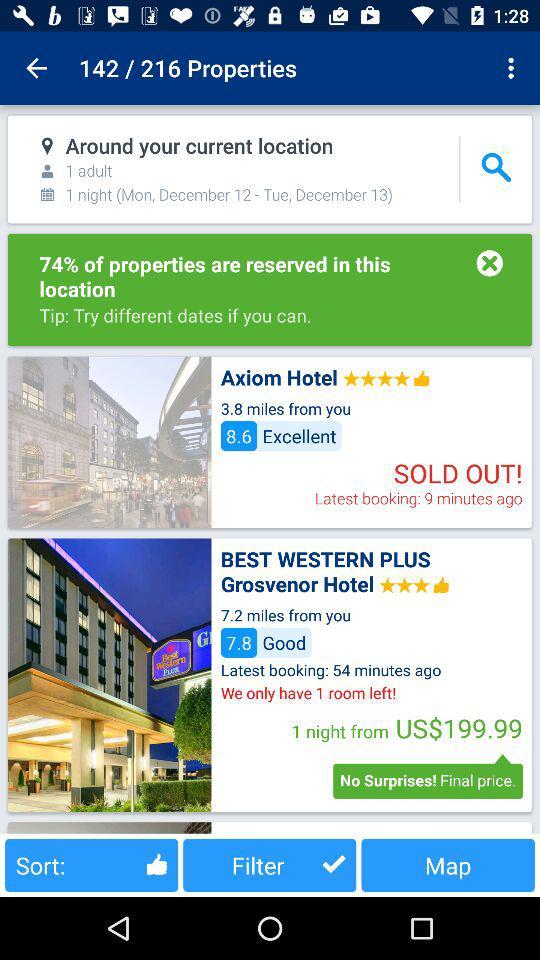 This screenshot has height=960, width=540. Describe the element at coordinates (269, 864) in the screenshot. I see `the item next to sort:` at that location.